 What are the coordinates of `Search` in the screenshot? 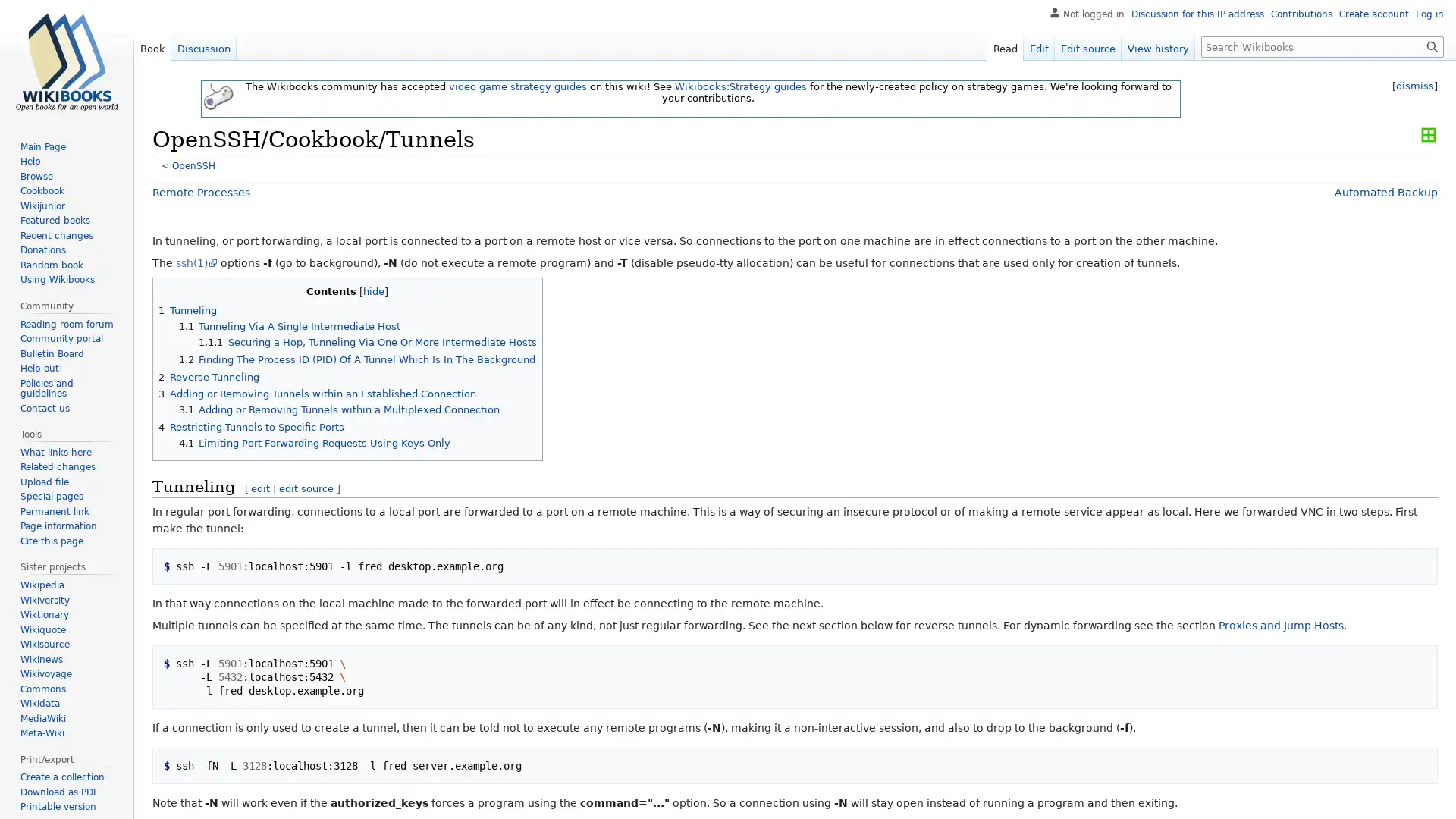 It's located at (1432, 45).